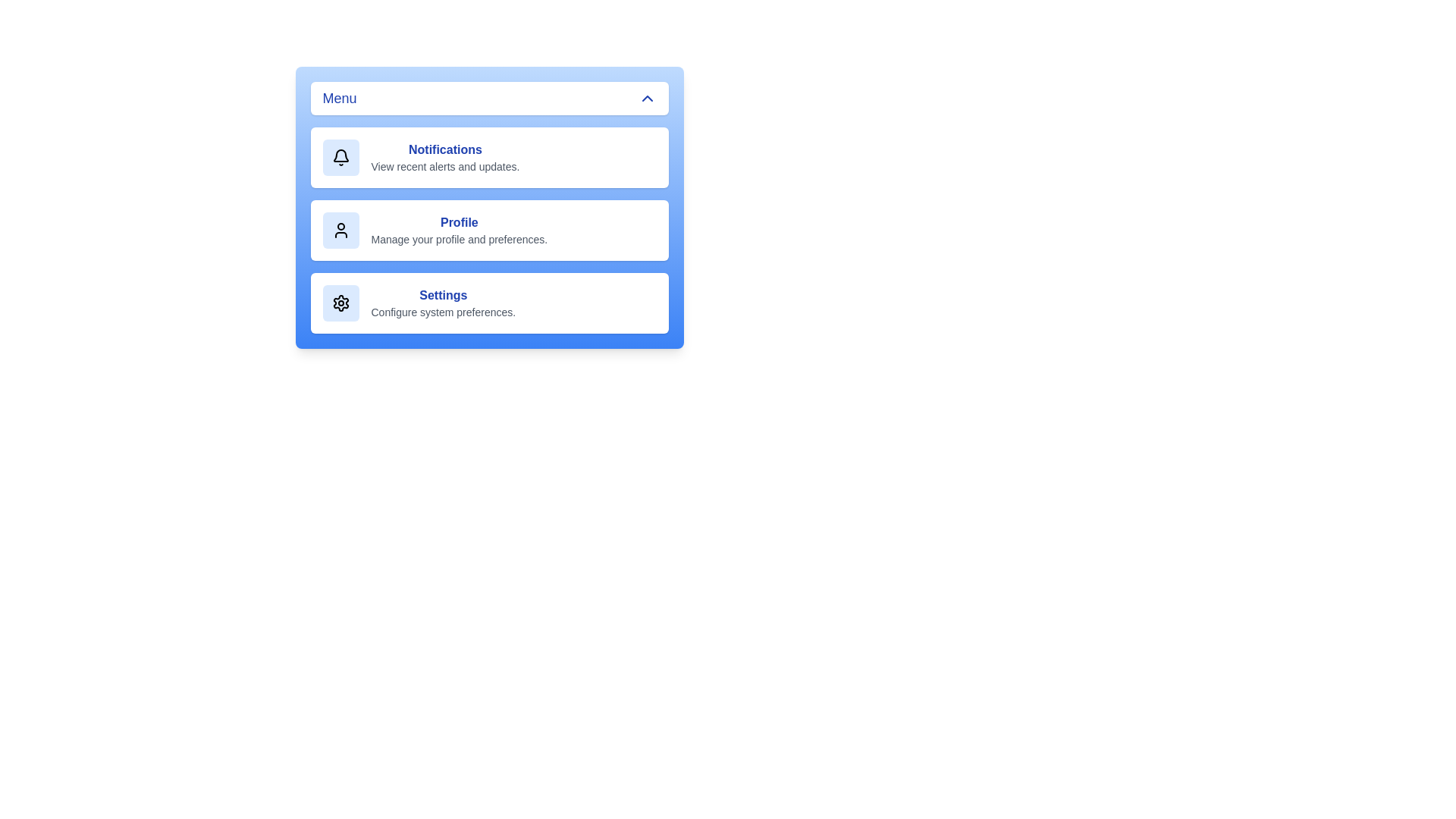 This screenshot has height=819, width=1456. What do you see at coordinates (340, 231) in the screenshot?
I see `the icon corresponding to Profile in the menu` at bounding box center [340, 231].